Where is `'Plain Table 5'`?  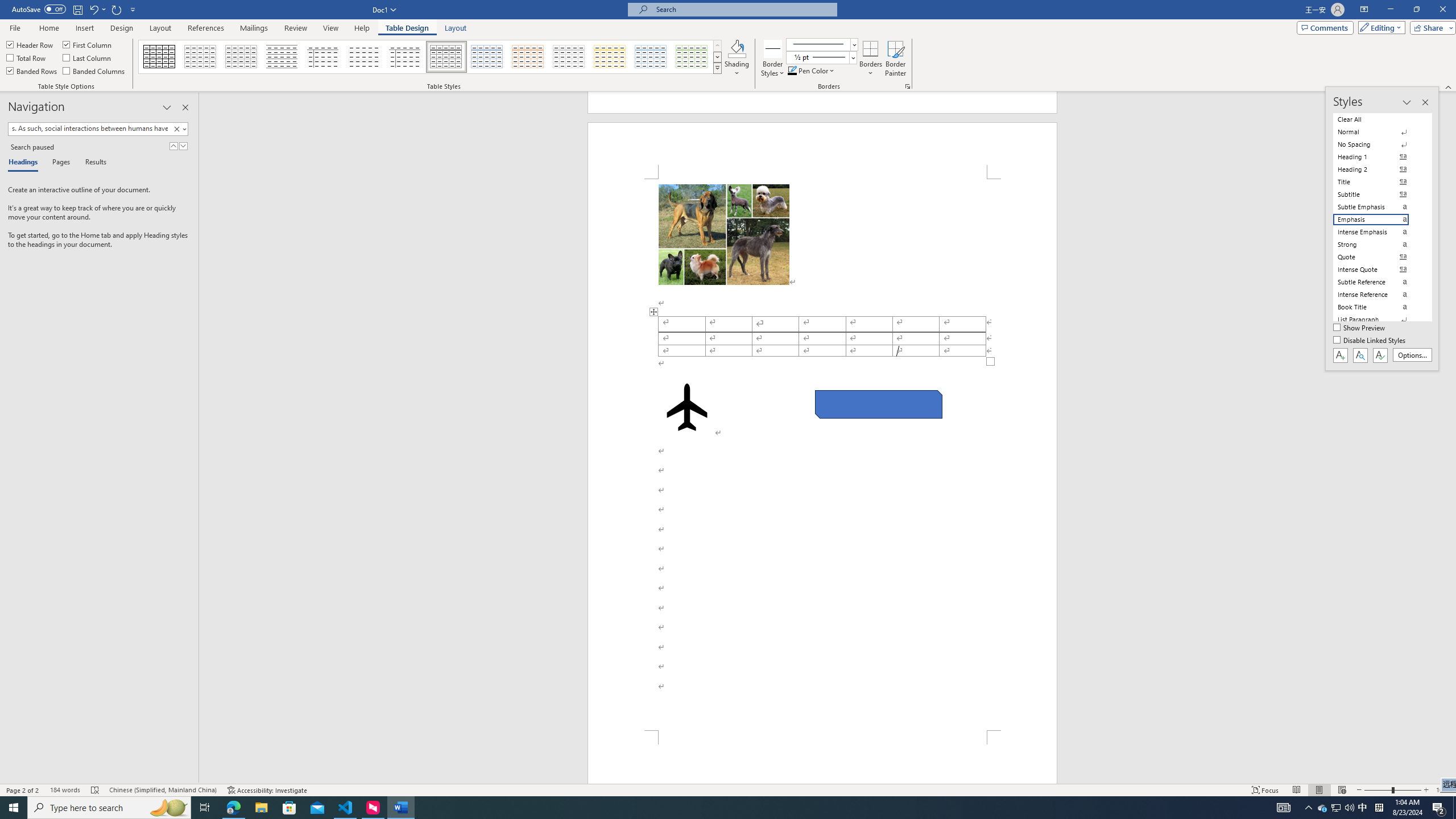
'Plain Table 5' is located at coordinates (405, 56).